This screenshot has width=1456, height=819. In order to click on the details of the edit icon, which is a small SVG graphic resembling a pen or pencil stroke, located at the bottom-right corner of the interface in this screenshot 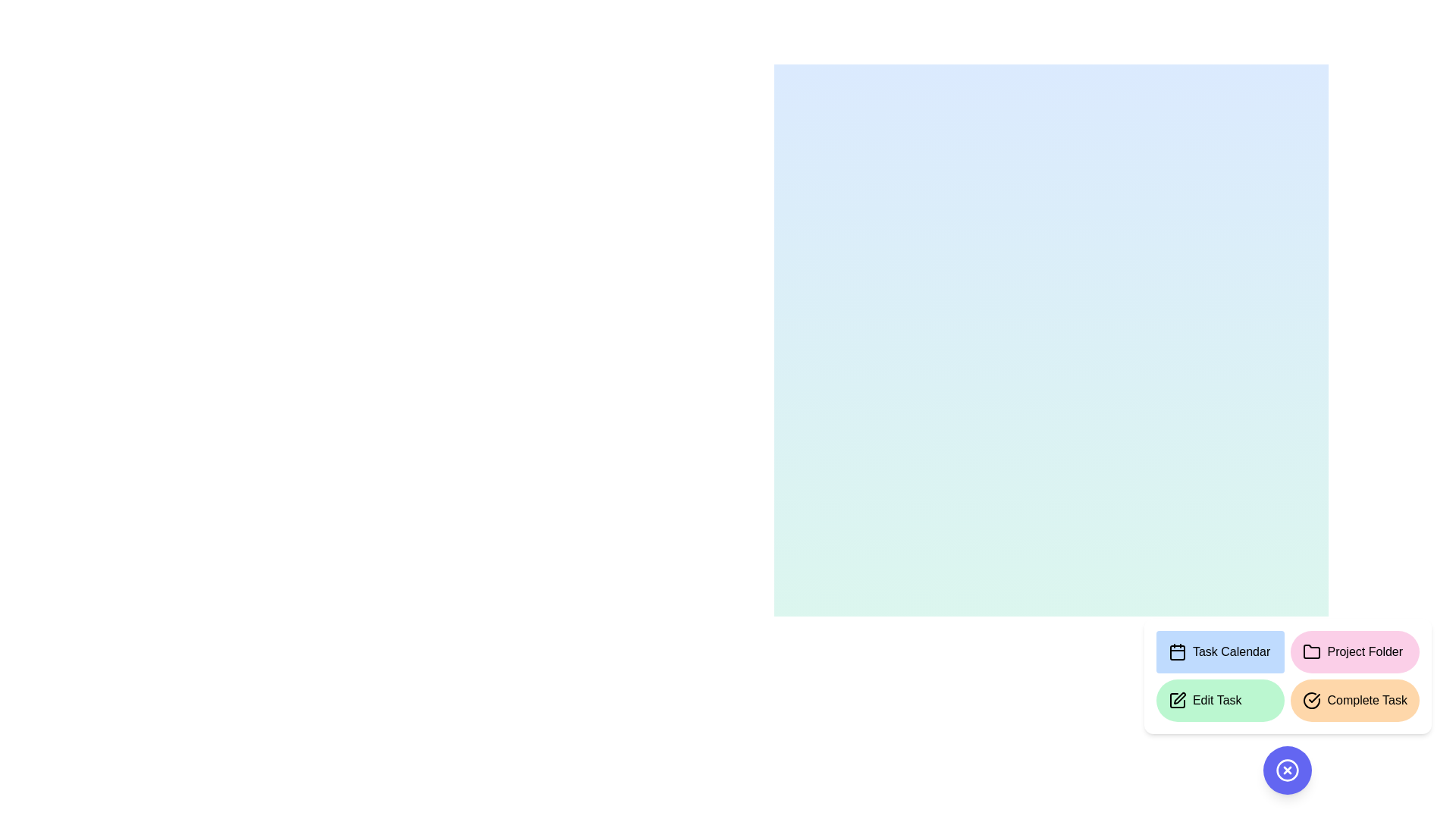, I will do `click(1178, 698)`.